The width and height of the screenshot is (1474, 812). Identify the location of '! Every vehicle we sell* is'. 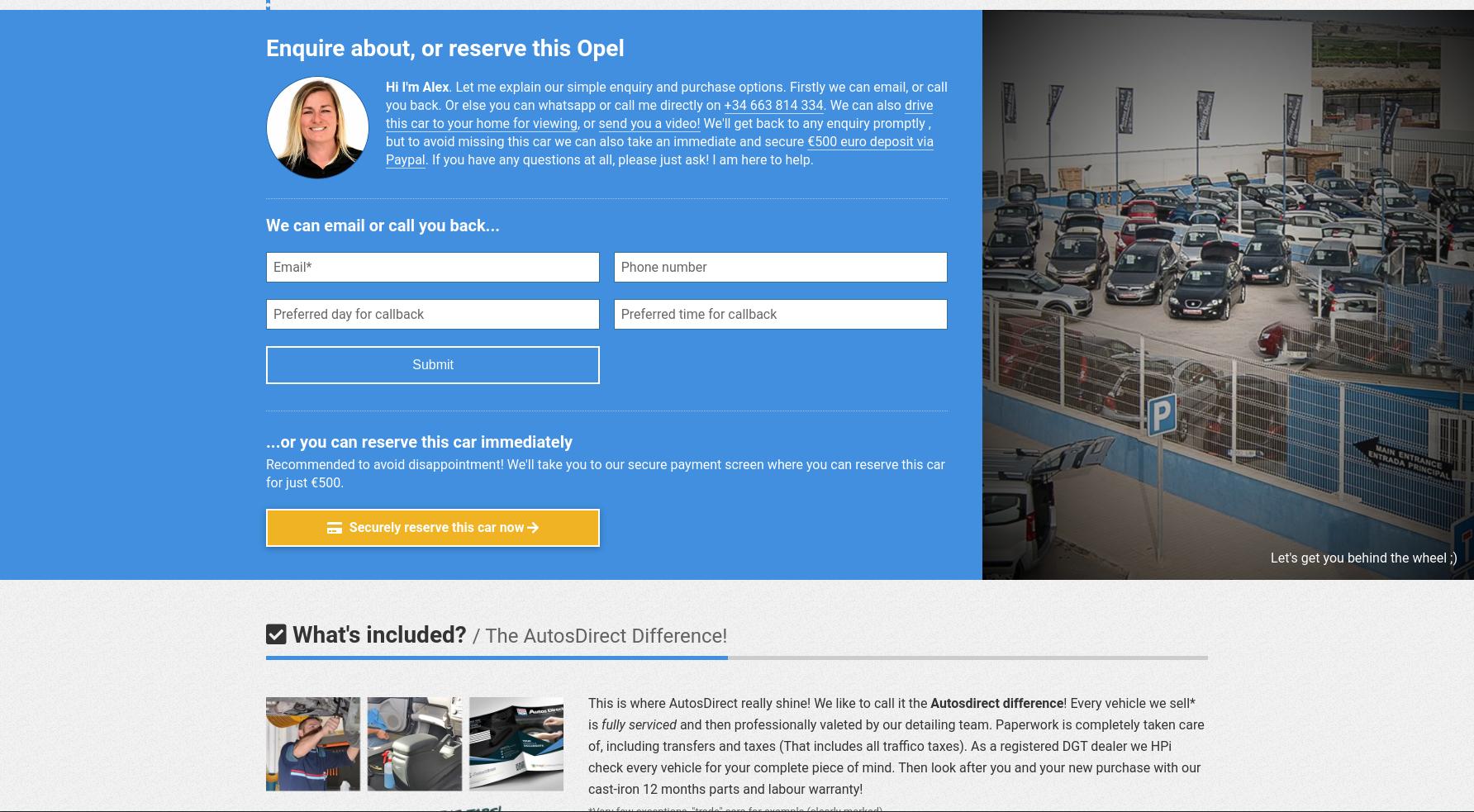
(890, 713).